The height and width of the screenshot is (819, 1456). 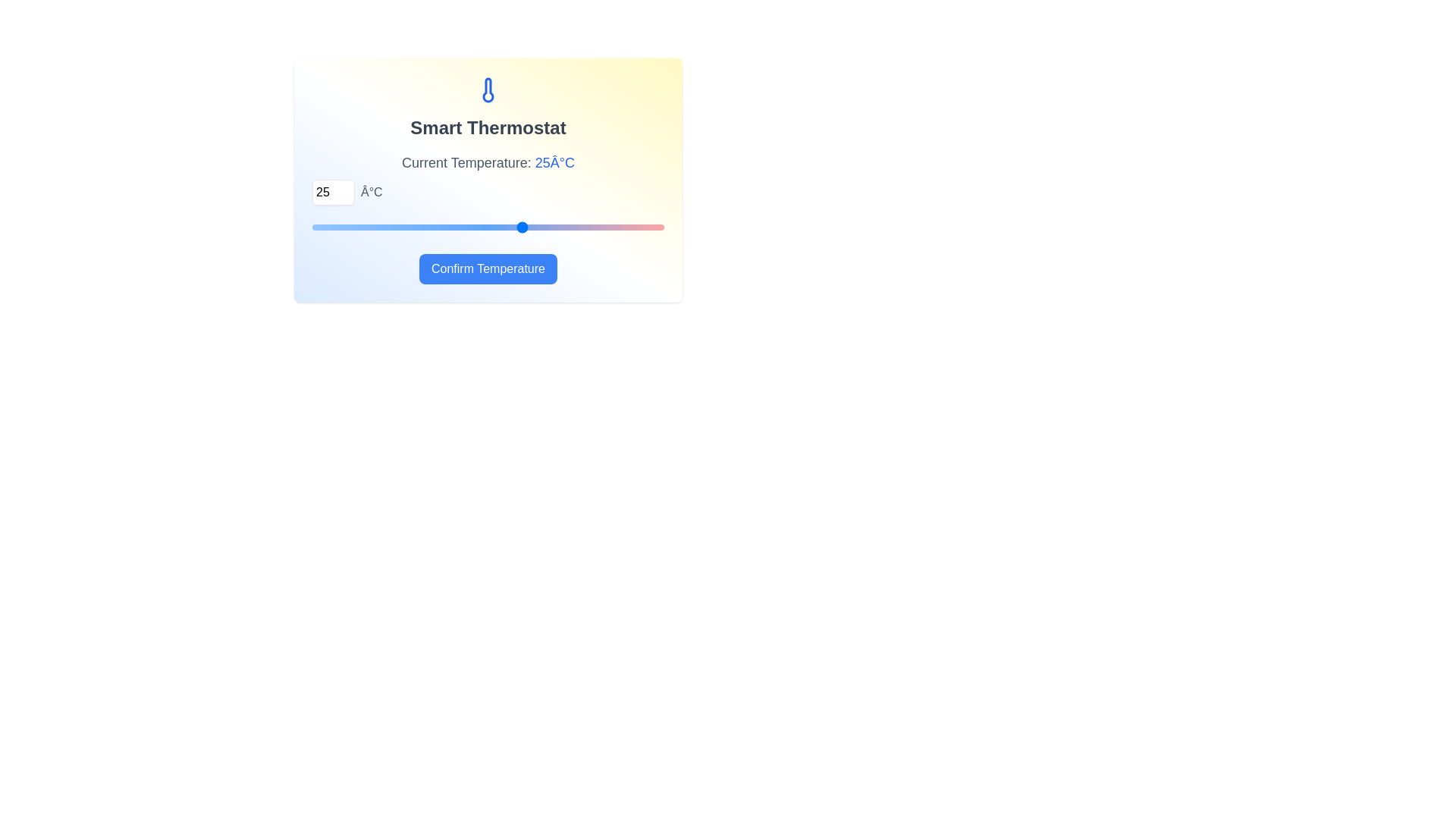 What do you see at coordinates (333, 192) in the screenshot?
I see `the temperature to 30°C using the input field` at bounding box center [333, 192].